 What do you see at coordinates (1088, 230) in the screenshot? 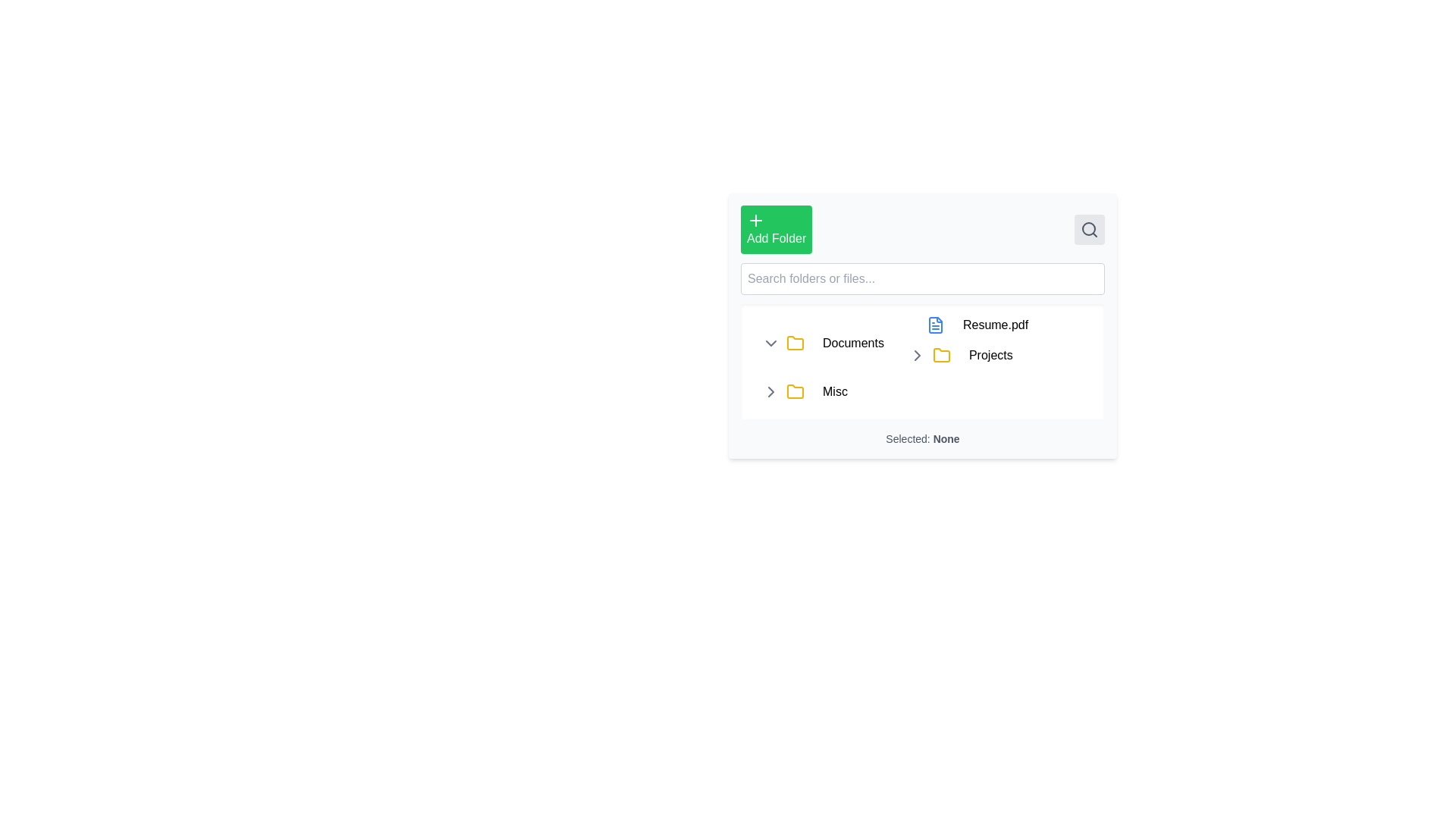
I see `the Icon Button located at the top right corner of the widget to initiate a search in the associated file directory or system` at bounding box center [1088, 230].